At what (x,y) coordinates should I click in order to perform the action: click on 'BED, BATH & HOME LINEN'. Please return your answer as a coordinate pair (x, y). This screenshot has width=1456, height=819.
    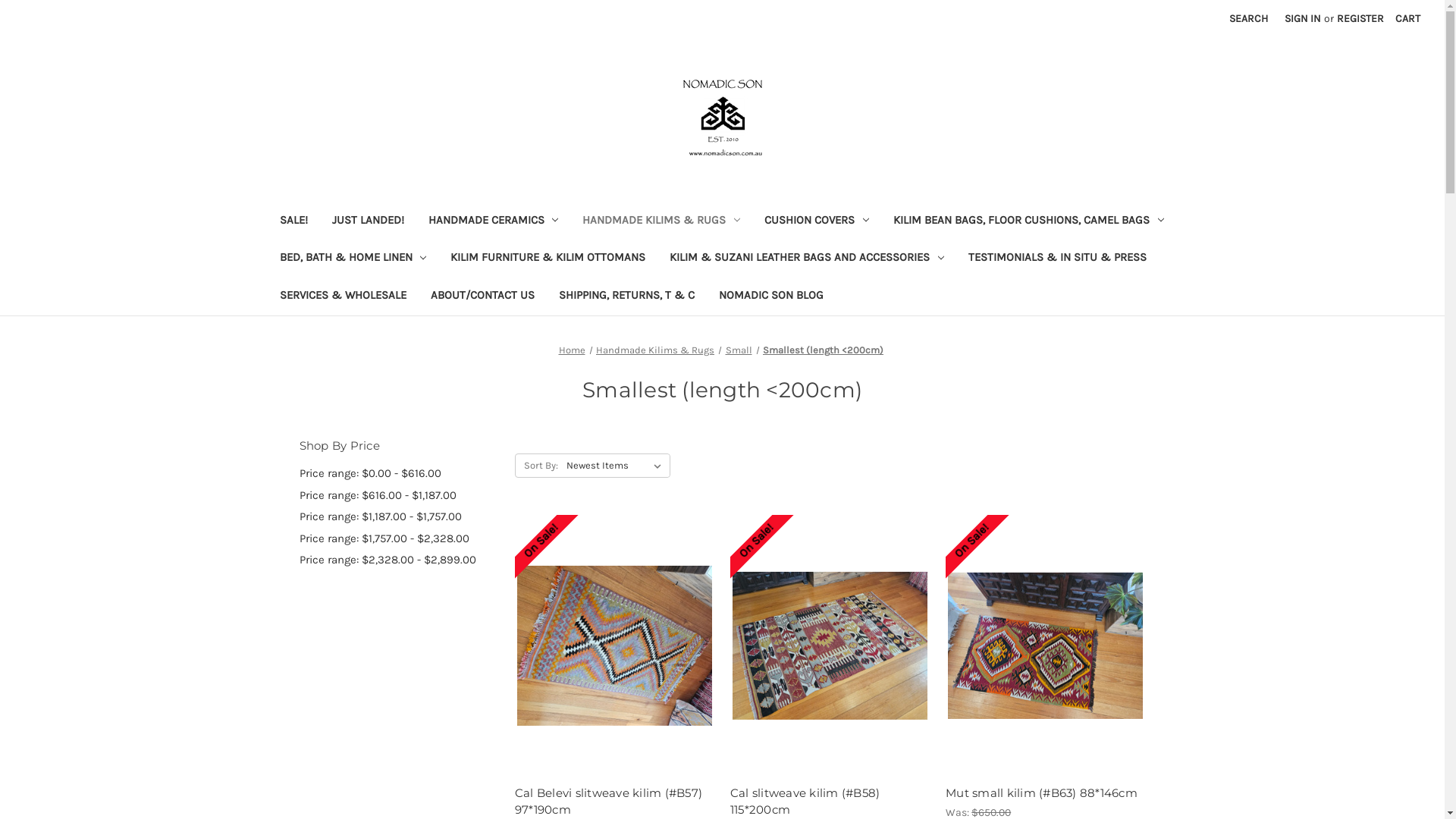
    Looking at the image, I should click on (352, 258).